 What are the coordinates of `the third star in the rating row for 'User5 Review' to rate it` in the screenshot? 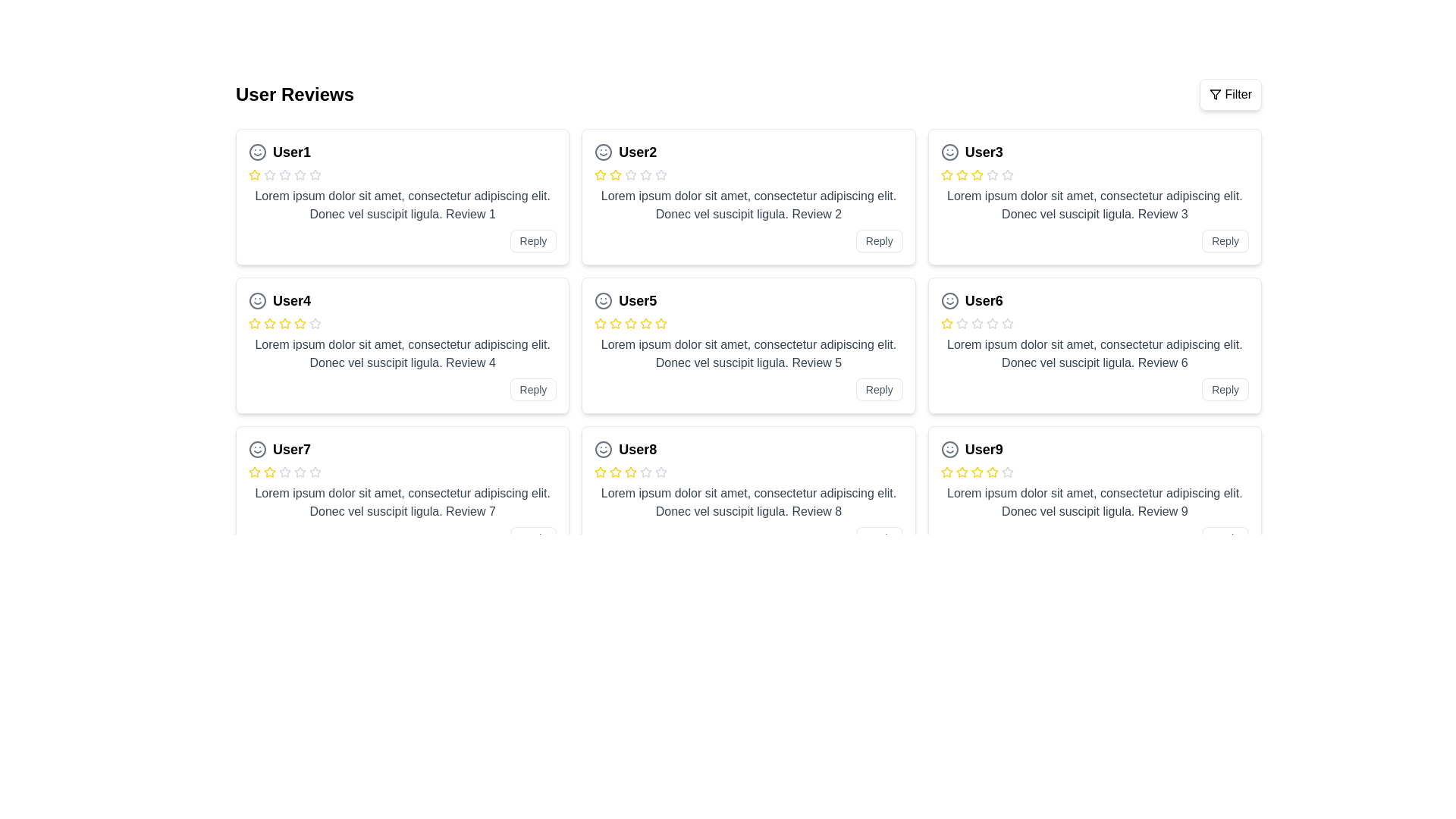 It's located at (631, 322).